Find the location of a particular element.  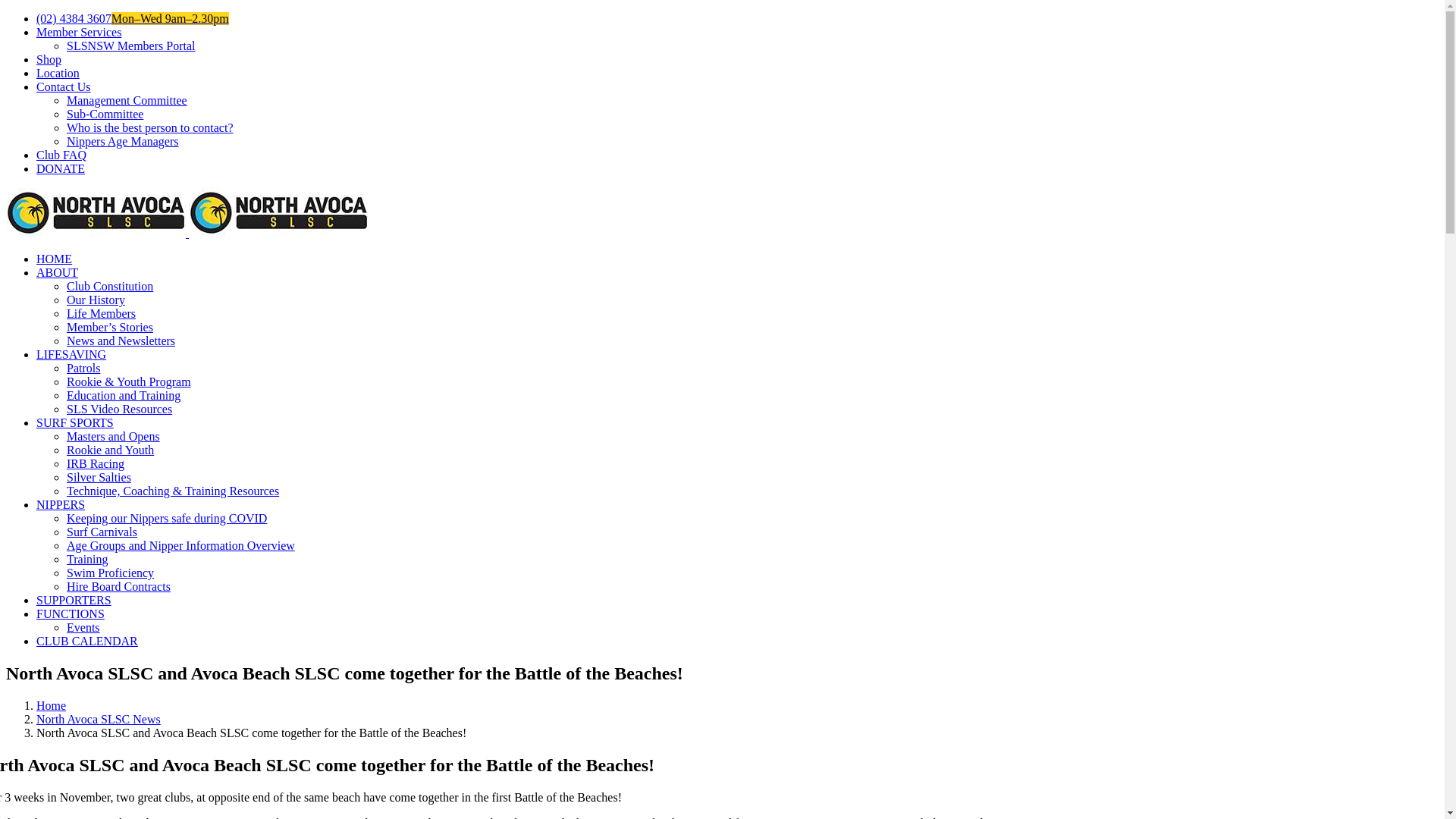

'Education and Training' is located at coordinates (124, 394).